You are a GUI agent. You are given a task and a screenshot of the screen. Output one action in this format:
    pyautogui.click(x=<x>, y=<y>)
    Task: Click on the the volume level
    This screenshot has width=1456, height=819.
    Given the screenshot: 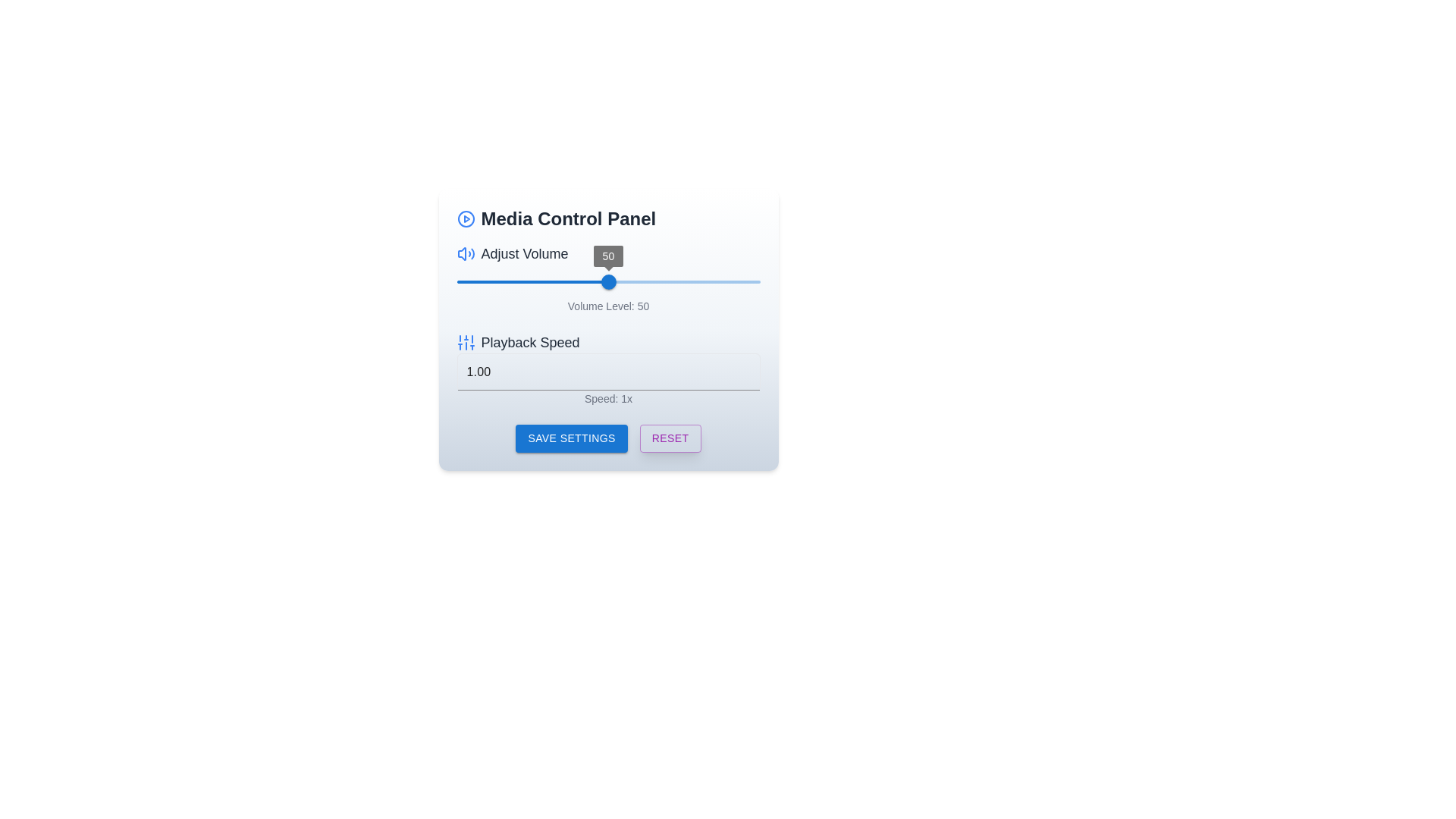 What is the action you would take?
    pyautogui.click(x=511, y=281)
    